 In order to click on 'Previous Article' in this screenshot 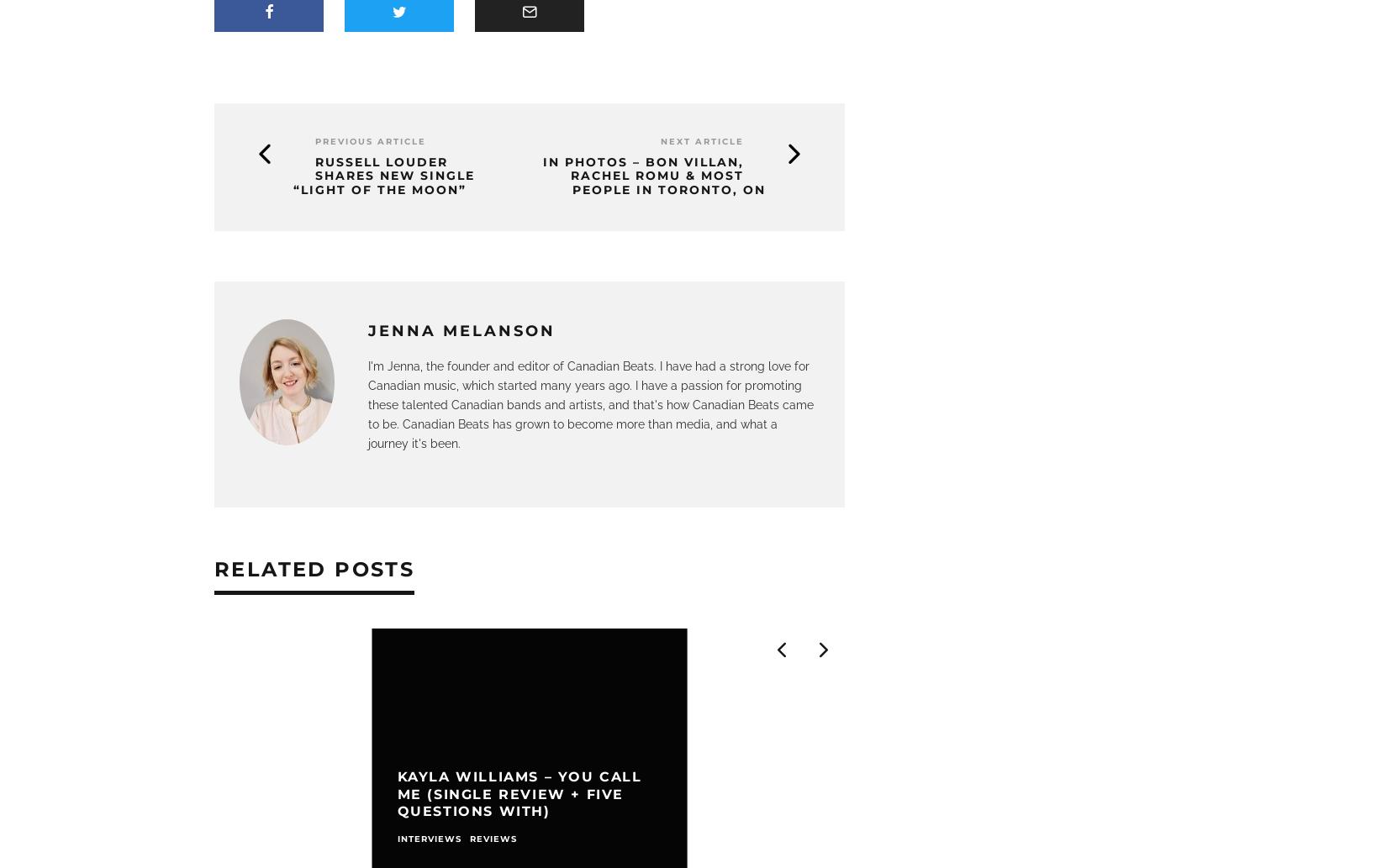, I will do `click(370, 140)`.